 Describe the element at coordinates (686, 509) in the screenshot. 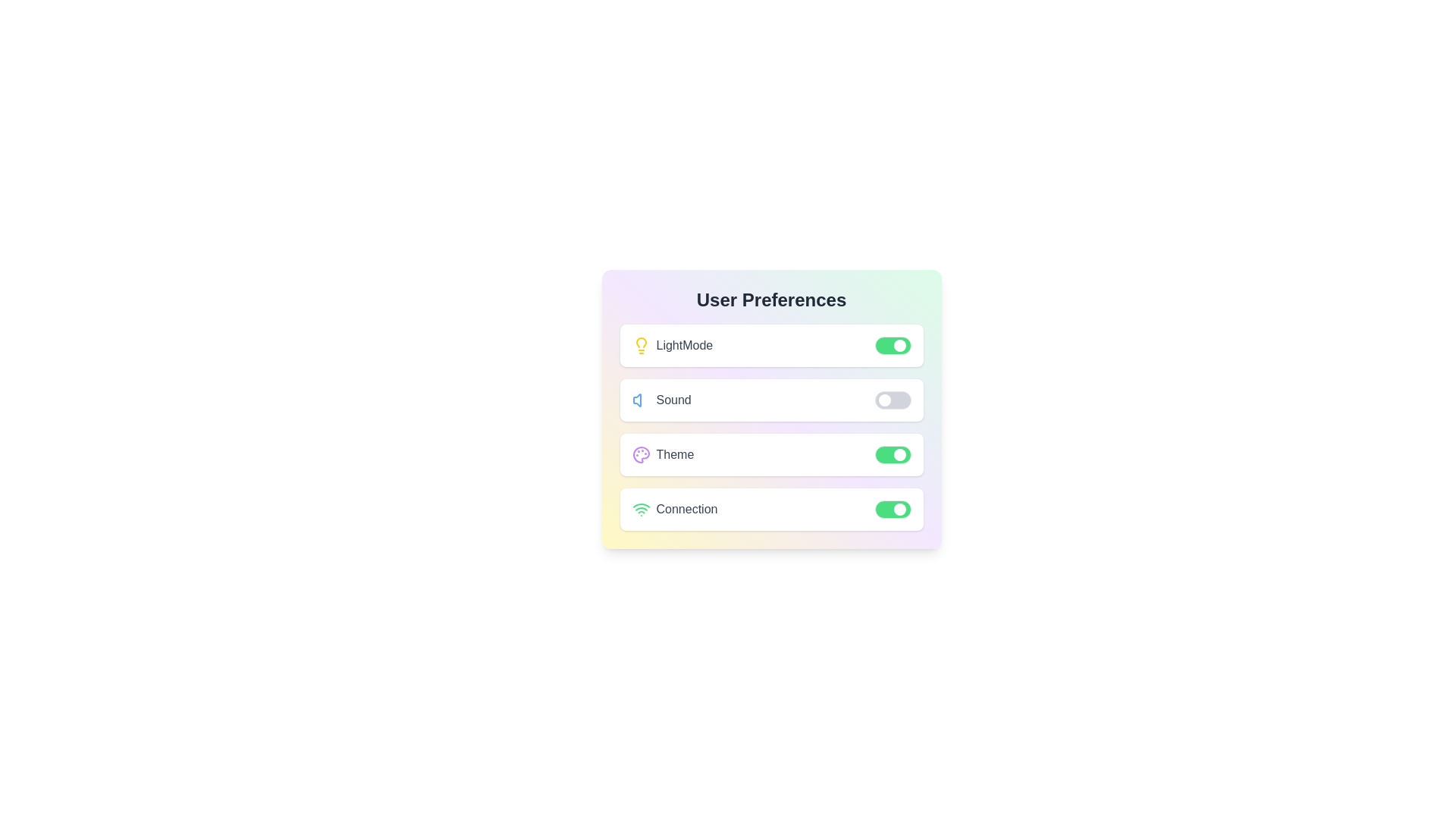

I see `the text label displaying 'Connection' in a gray font, located on the fourth line of options in the 'User Preferences' interface, next to a WiFi icon and a toggle switch` at that location.